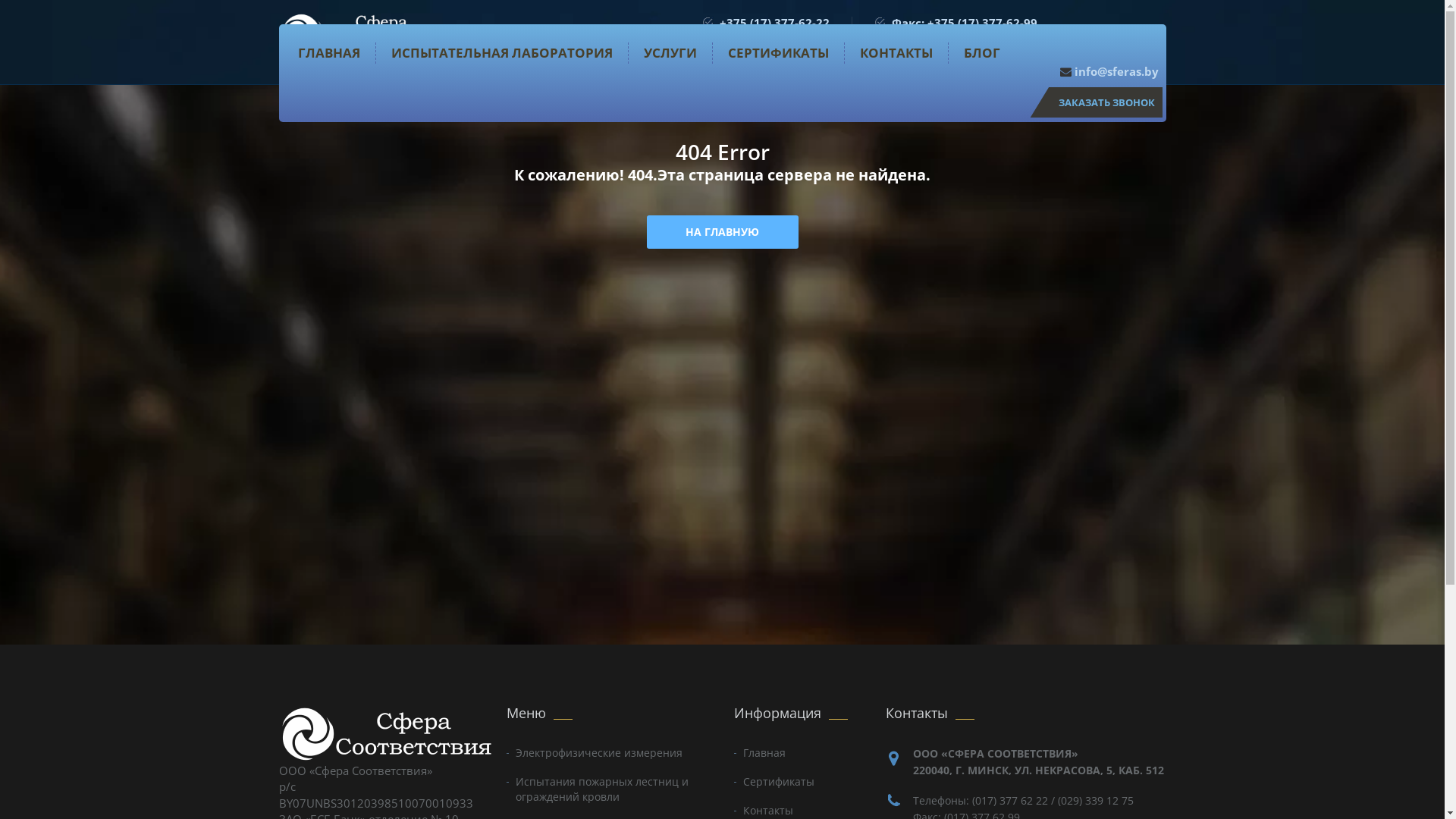  I want to click on 'info@sferas.by', so click(1109, 71).